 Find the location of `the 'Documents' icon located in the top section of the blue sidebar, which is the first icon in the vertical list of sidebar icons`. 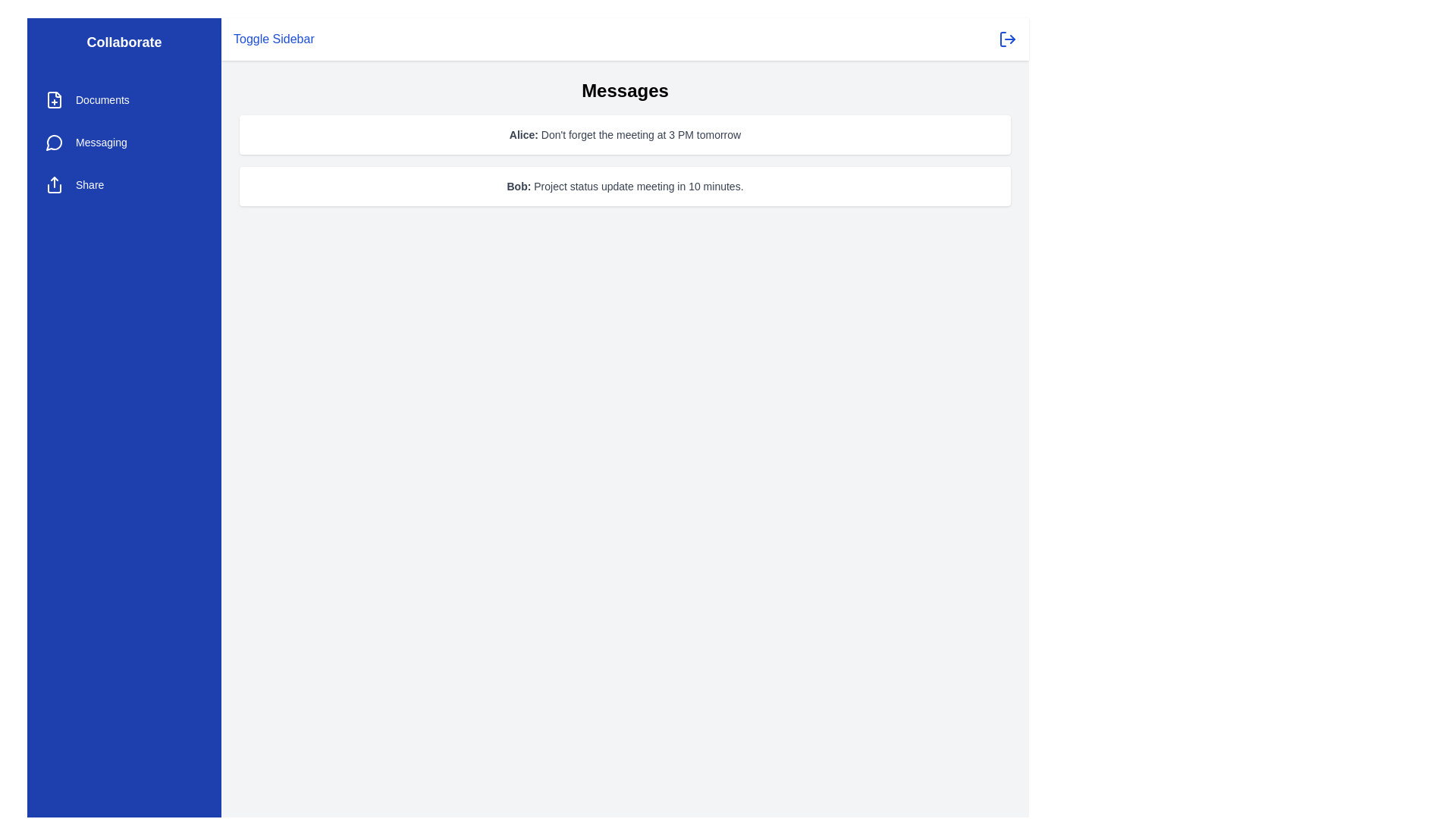

the 'Documents' icon located in the top section of the blue sidebar, which is the first icon in the vertical list of sidebar icons is located at coordinates (55, 99).